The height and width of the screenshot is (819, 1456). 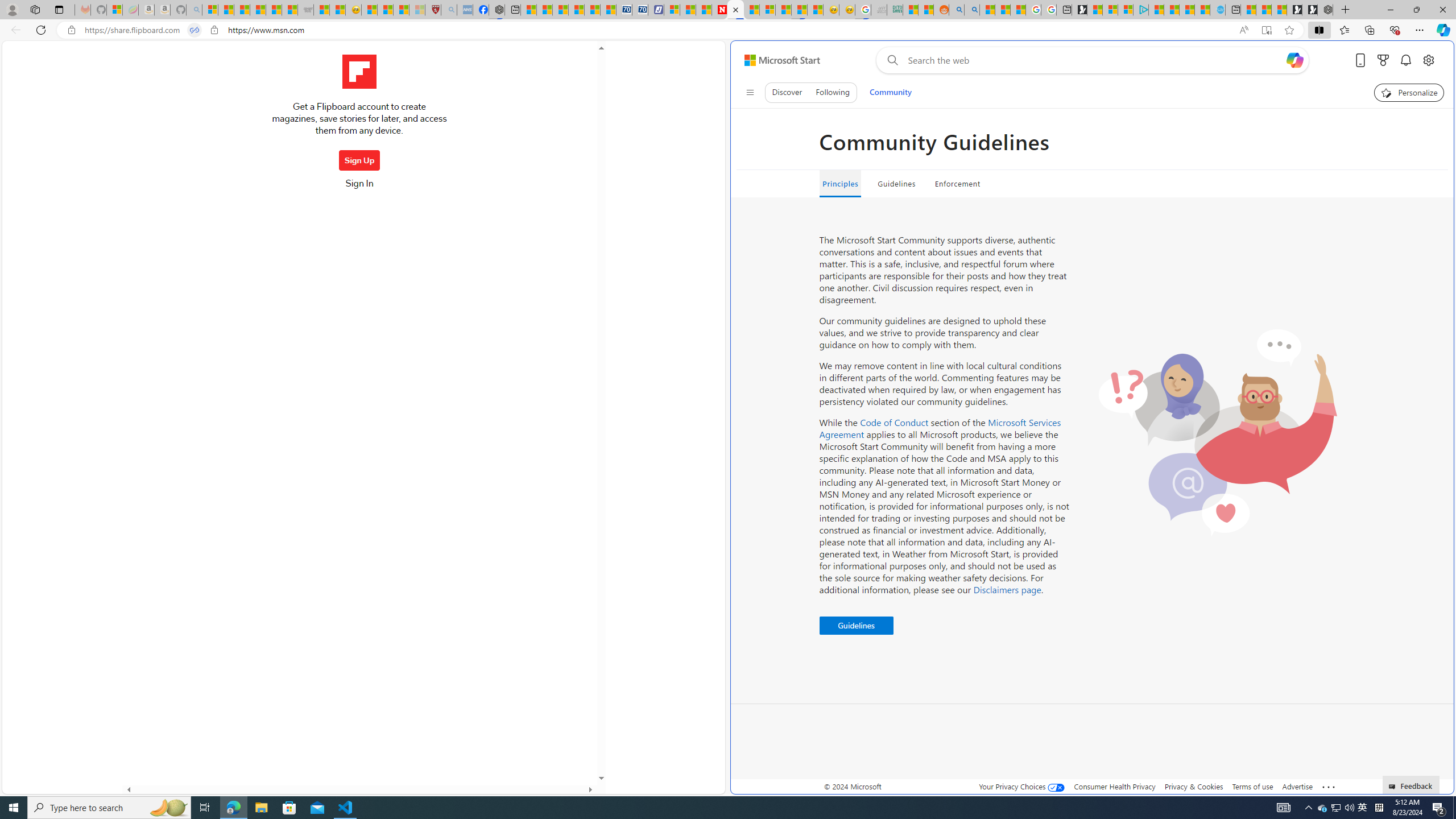 What do you see at coordinates (1217, 9) in the screenshot?
I see `'Home | Sky Blue Bikes - Sky Blue Bikes'` at bounding box center [1217, 9].